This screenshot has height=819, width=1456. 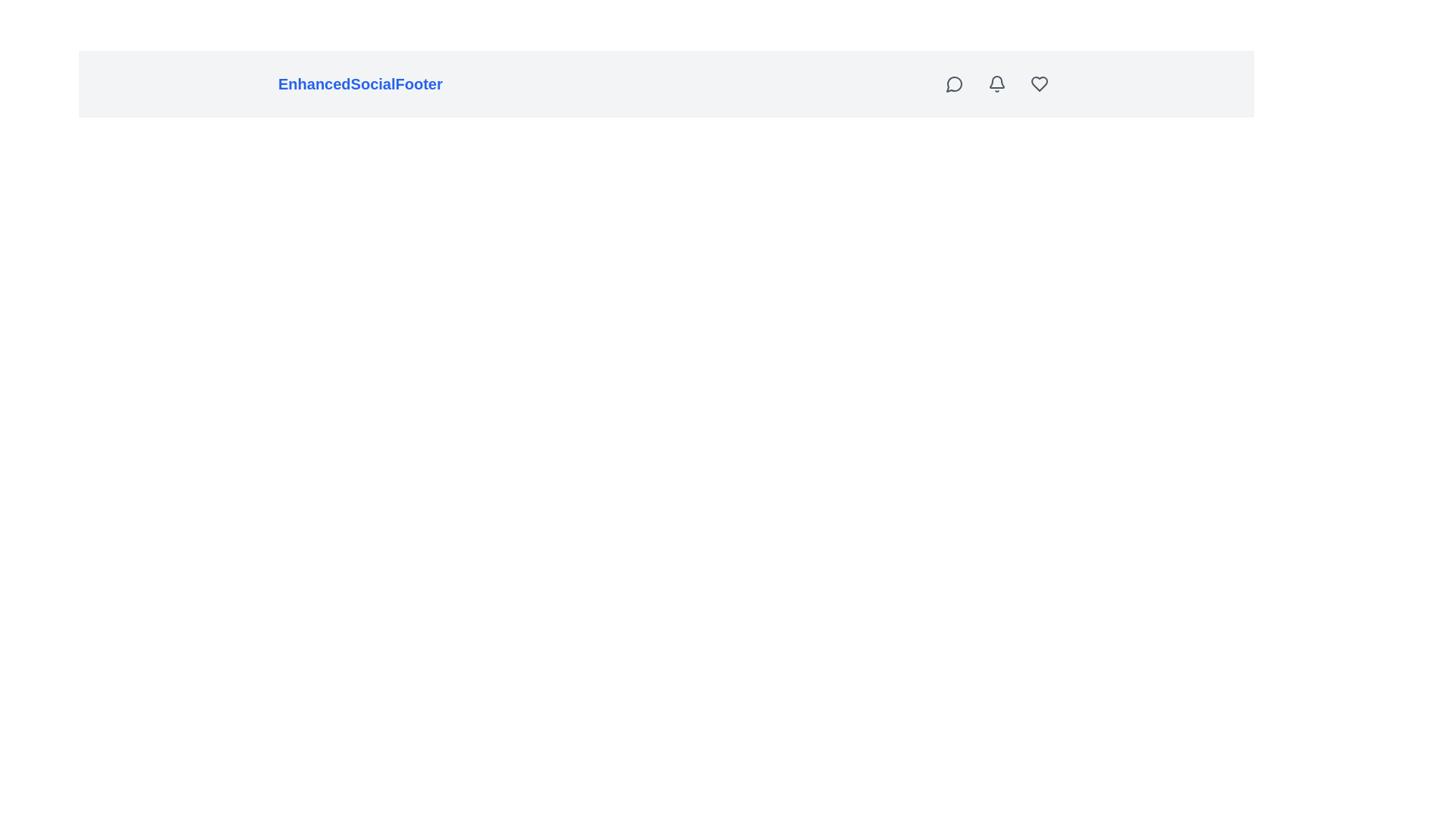 What do you see at coordinates (1039, 84) in the screenshot?
I see `the favorite/like button represented by a heart icon, which is the last item in a row of three similar buttons located at the top-right corner of the interface` at bounding box center [1039, 84].